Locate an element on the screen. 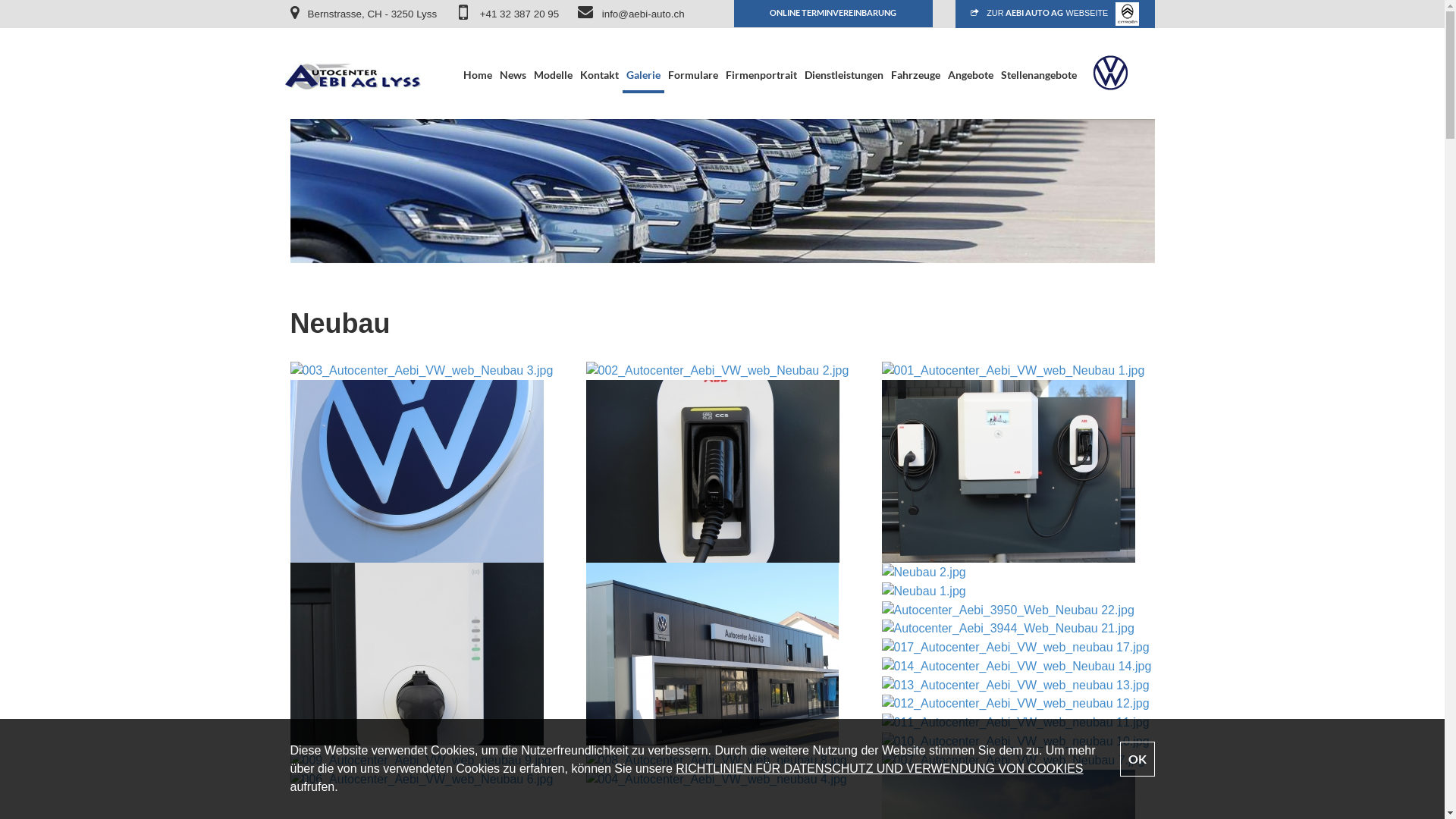  'ONLINE TERMINVEREINBARUNG' is located at coordinates (833, 14).